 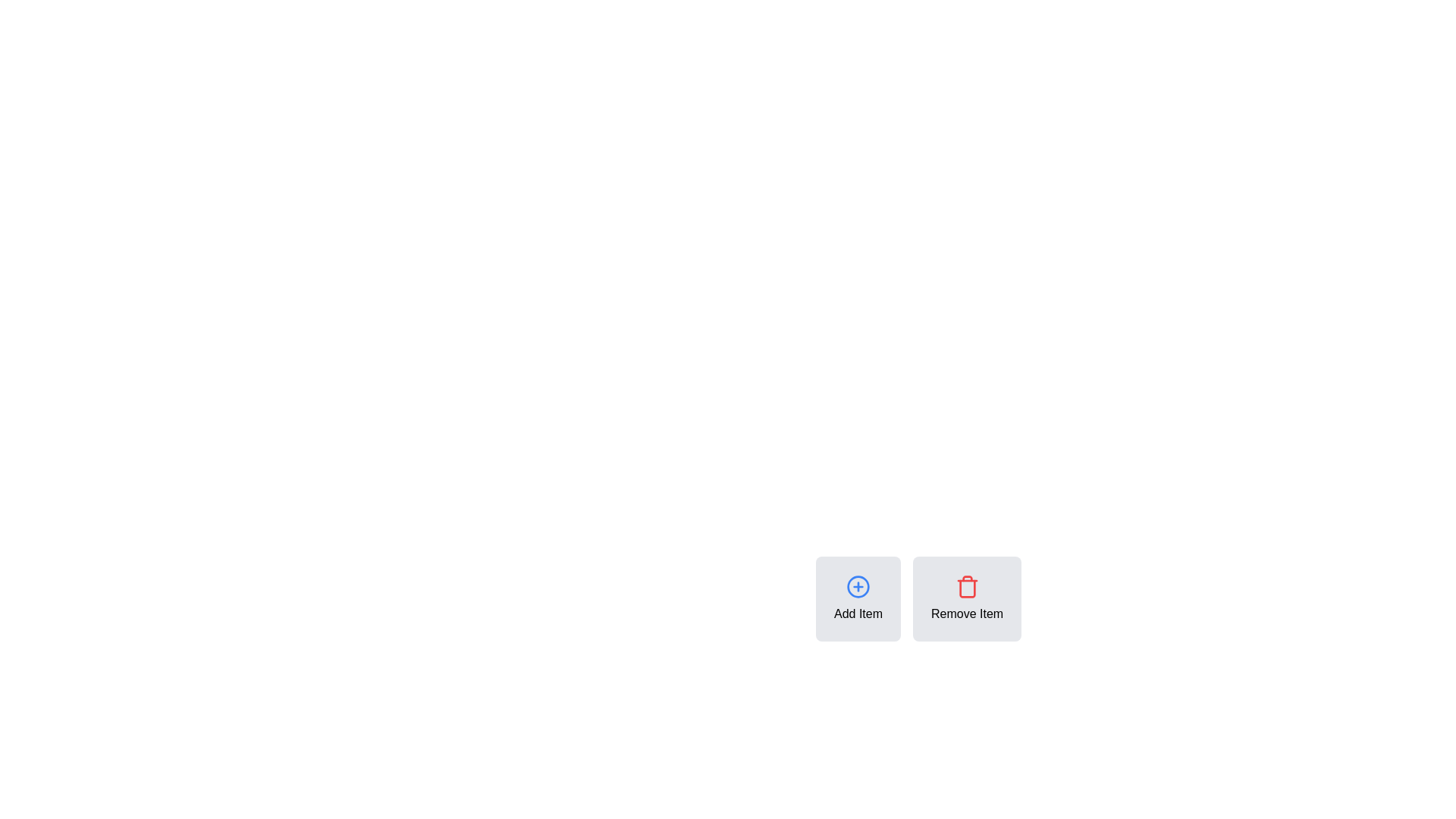 I want to click on the 'Delete' icon within the 'Remove Item' button group, so click(x=966, y=586).